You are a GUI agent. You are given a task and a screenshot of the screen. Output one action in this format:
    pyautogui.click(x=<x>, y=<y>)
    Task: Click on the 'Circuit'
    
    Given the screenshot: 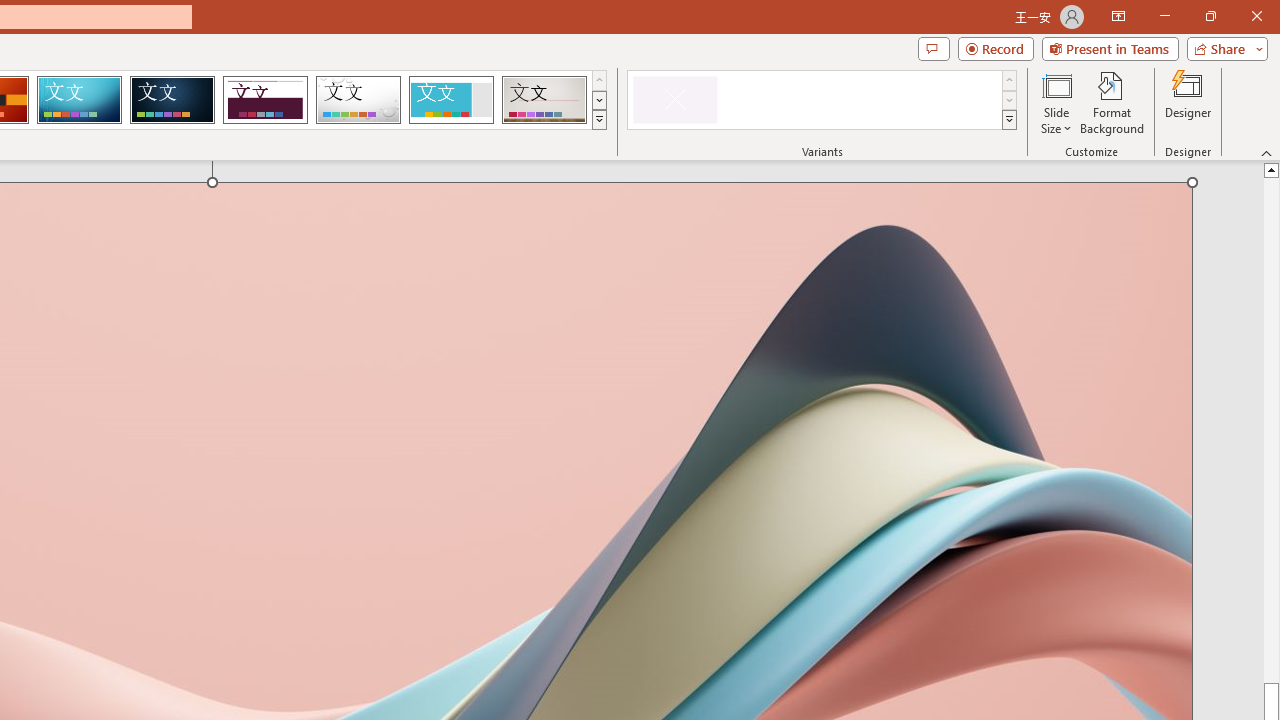 What is the action you would take?
    pyautogui.click(x=79, y=100)
    